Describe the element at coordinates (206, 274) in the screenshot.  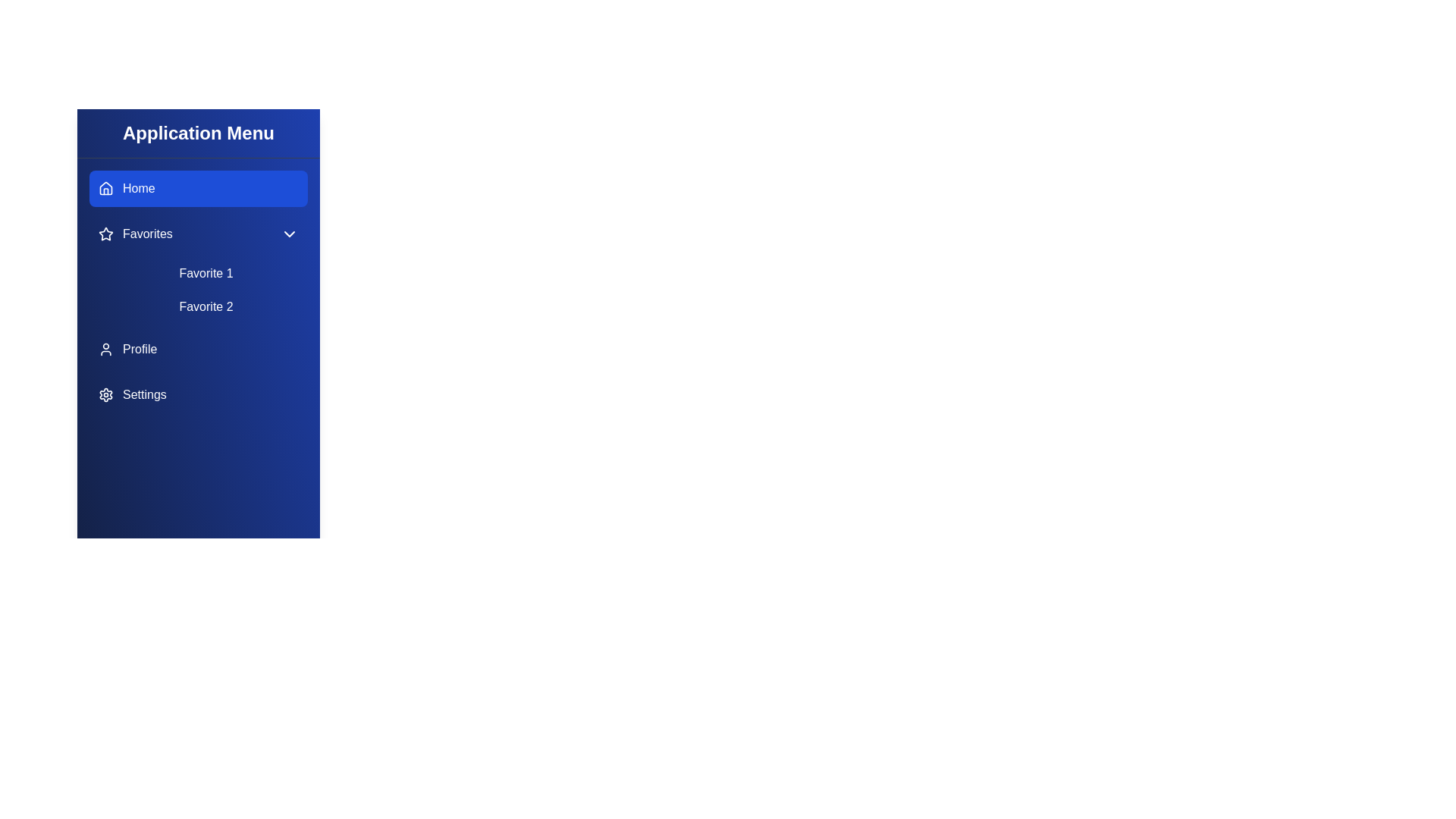
I see `the 'Favorite 1' button in the sidebar menu` at that location.